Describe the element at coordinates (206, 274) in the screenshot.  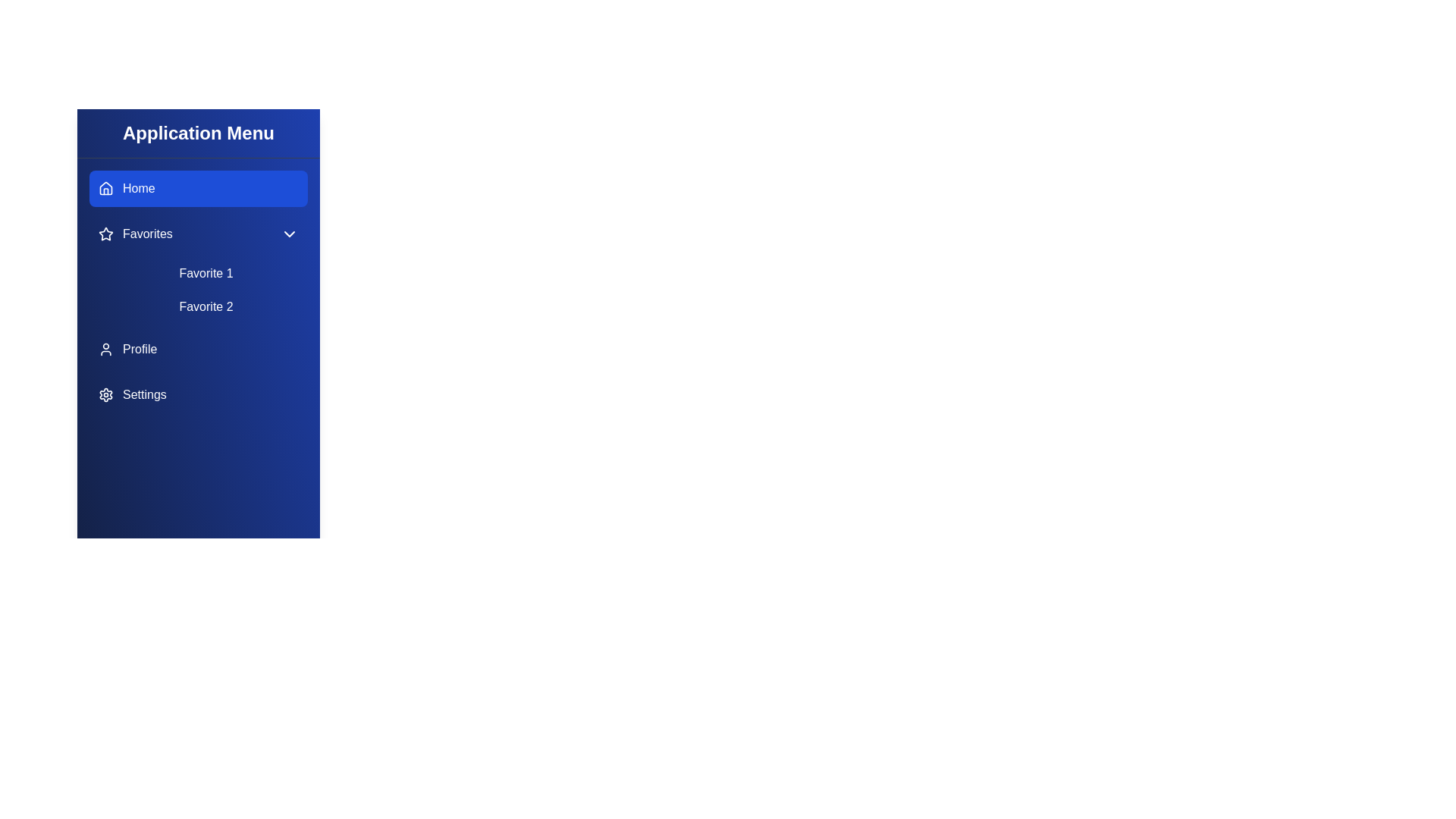
I see `the 'Favorite 1' button in the sidebar menu` at that location.